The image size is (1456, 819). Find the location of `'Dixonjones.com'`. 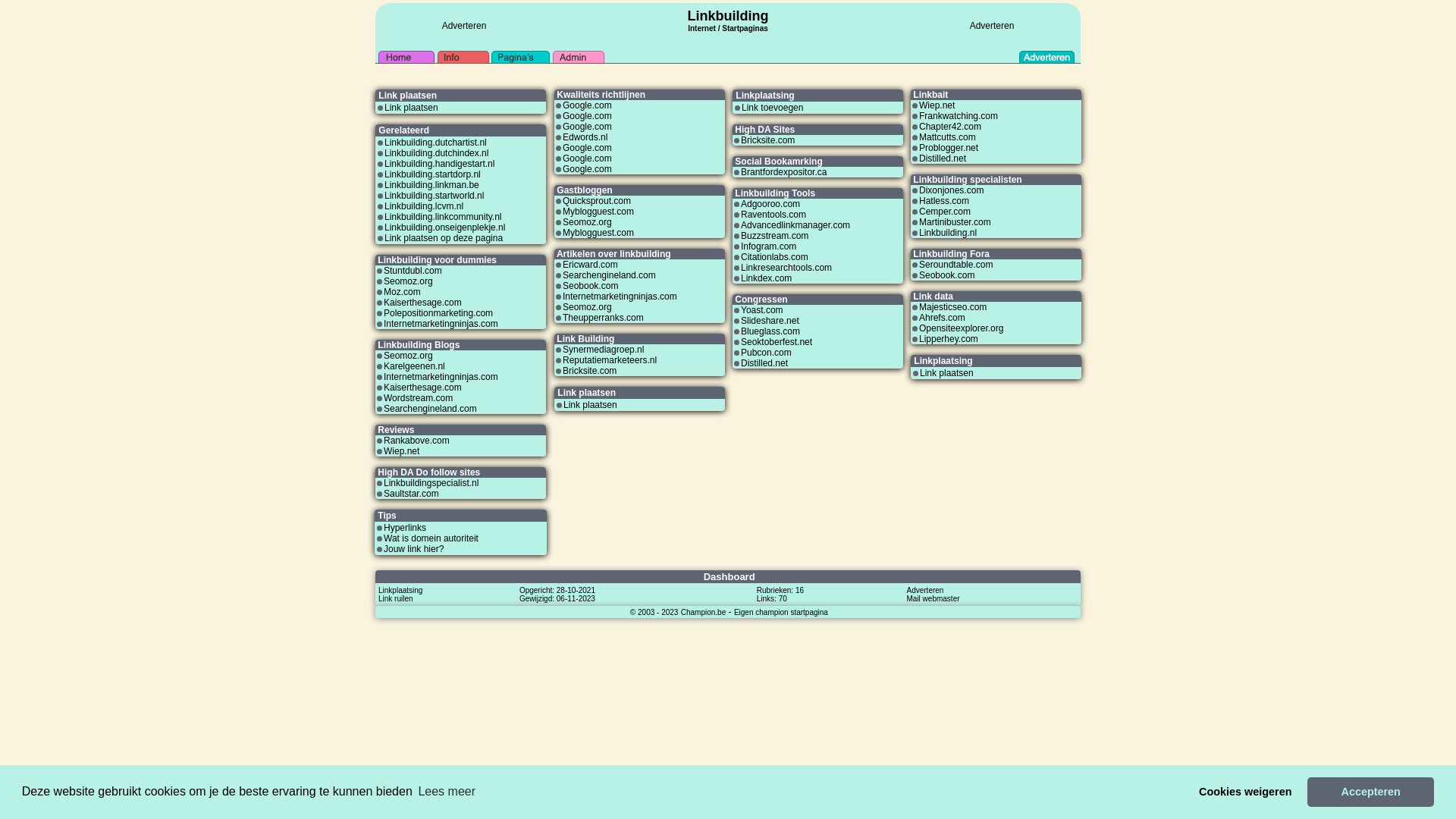

'Dixonjones.com' is located at coordinates (918, 189).